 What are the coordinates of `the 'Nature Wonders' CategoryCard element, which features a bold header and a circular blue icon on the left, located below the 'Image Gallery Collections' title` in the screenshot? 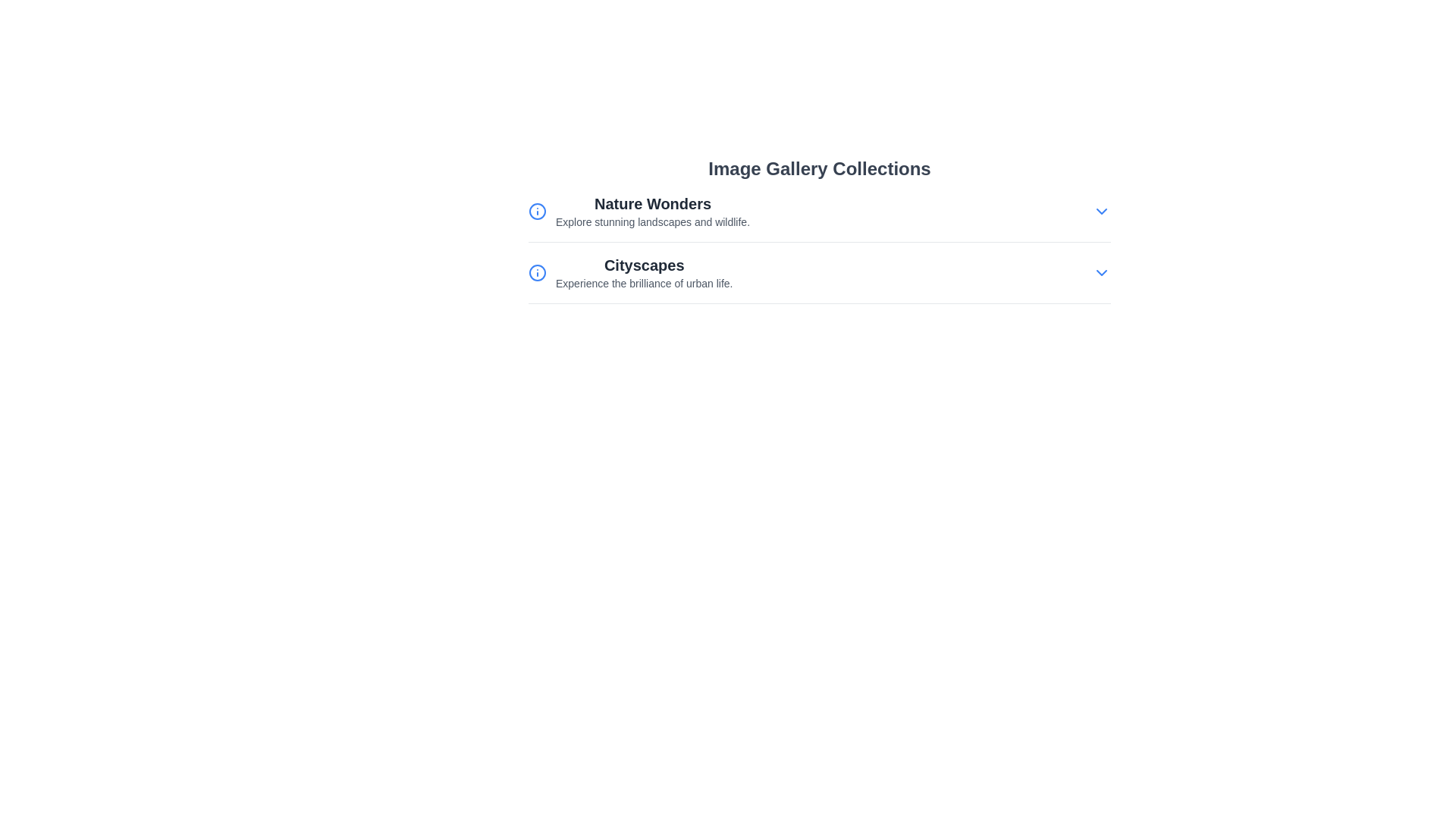 It's located at (639, 211).